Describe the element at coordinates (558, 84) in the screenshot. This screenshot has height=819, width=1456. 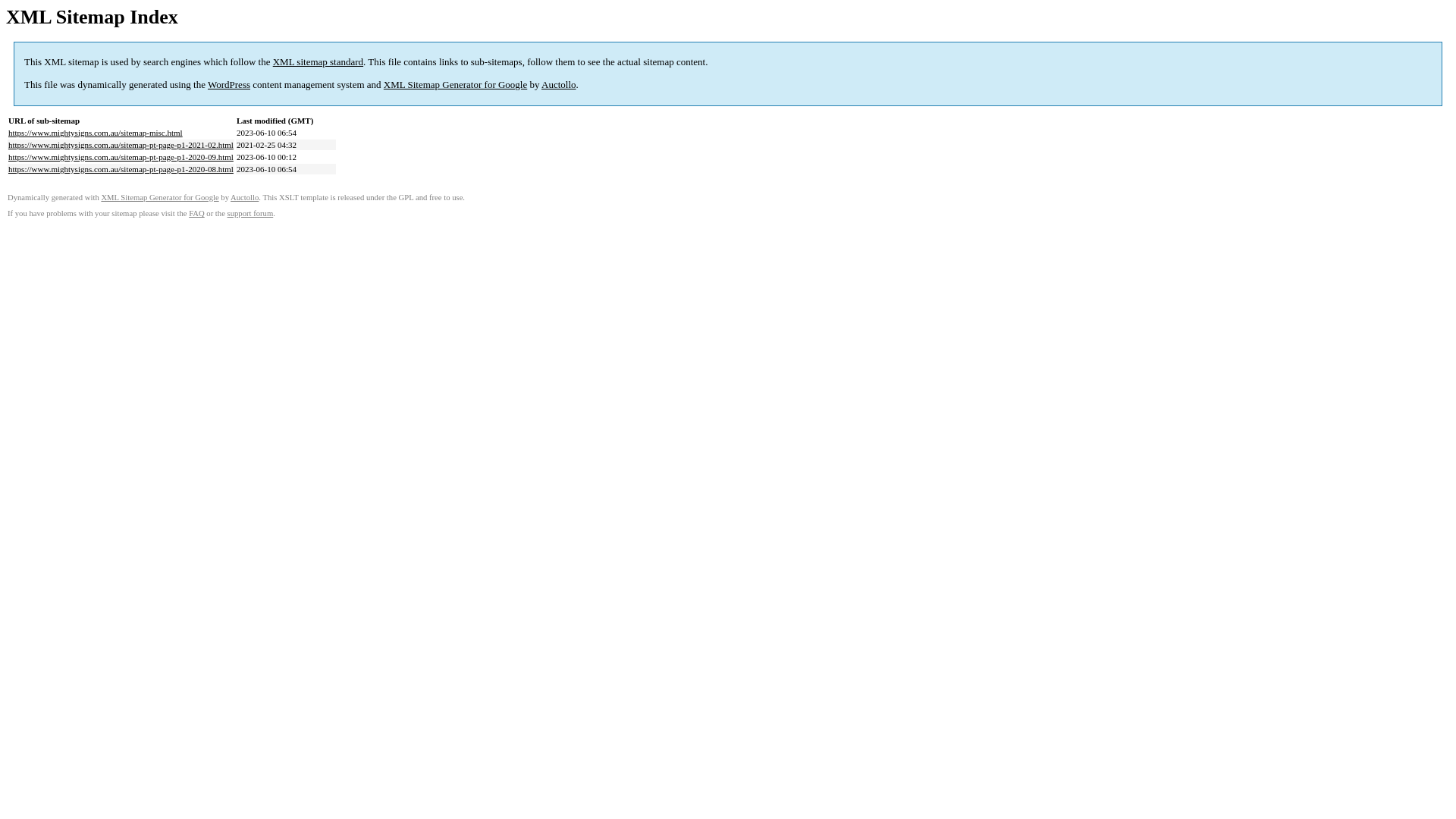
I see `'Auctollo'` at that location.